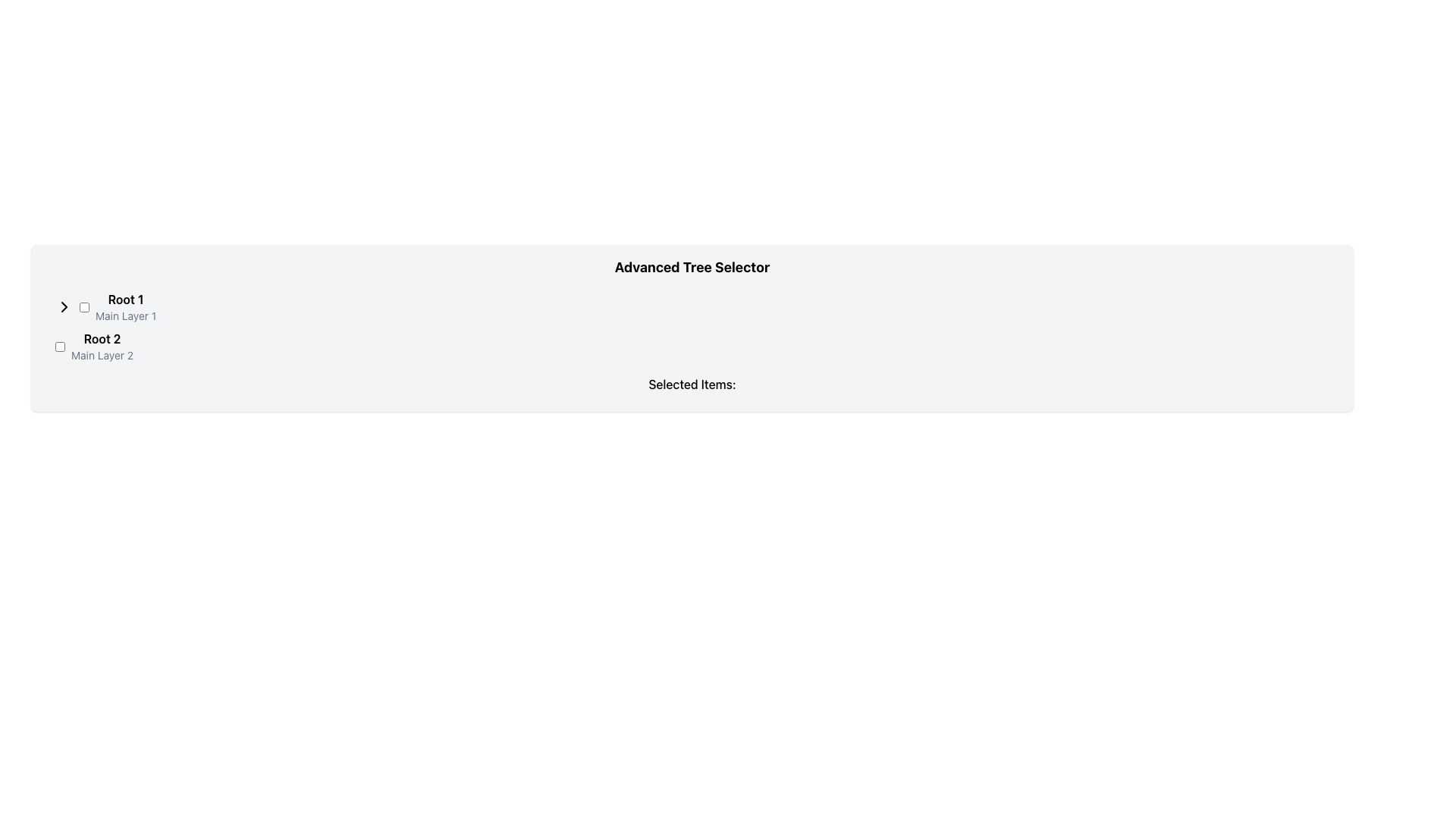  What do you see at coordinates (102, 346) in the screenshot?
I see `the Text block labeled 'Main Layer 2' which represents the subnode 'Root 2'` at bounding box center [102, 346].